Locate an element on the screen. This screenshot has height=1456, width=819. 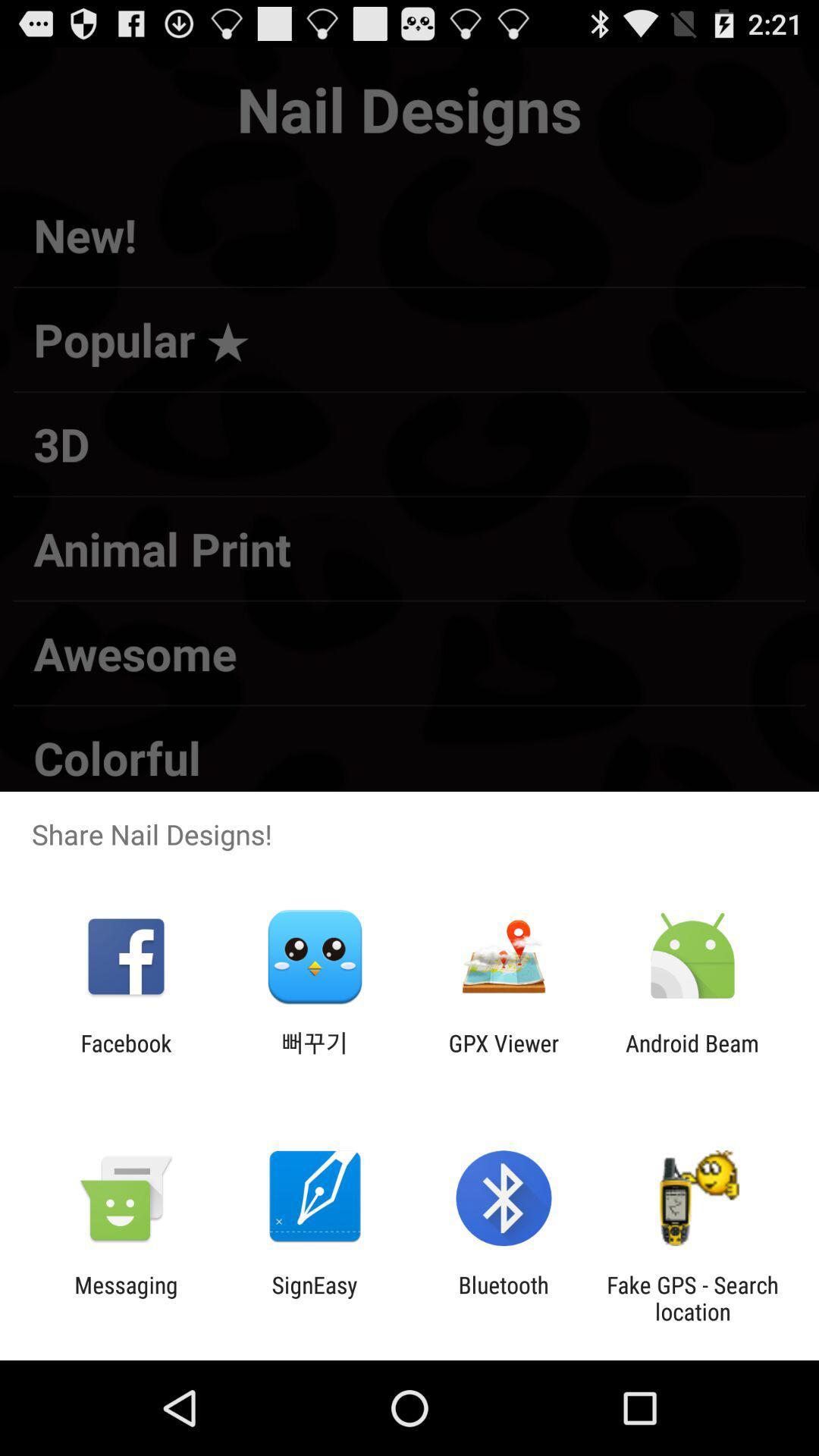
the icon to the left of the signeasy is located at coordinates (125, 1298).